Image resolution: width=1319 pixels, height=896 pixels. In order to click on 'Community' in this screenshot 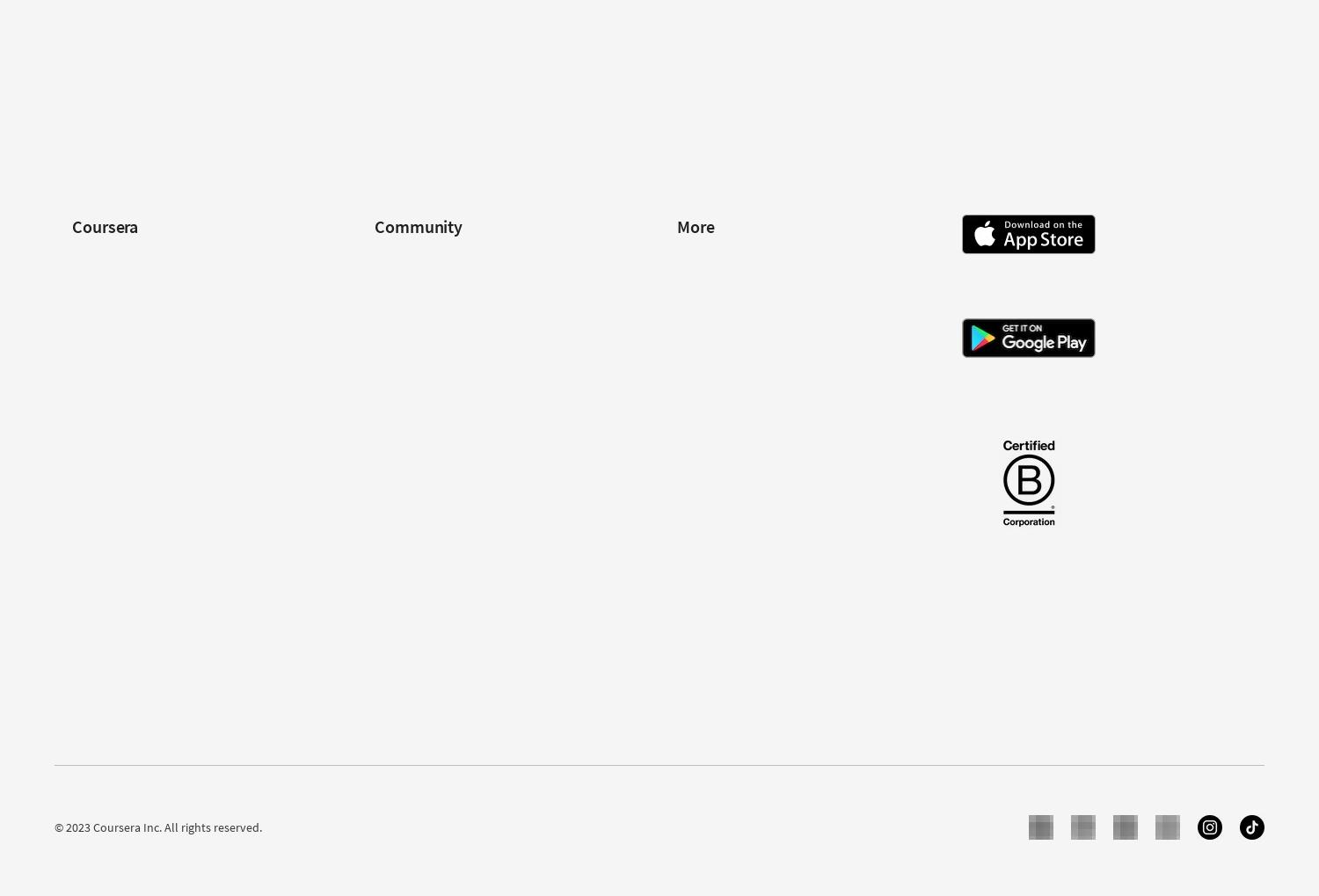, I will do `click(417, 226)`.